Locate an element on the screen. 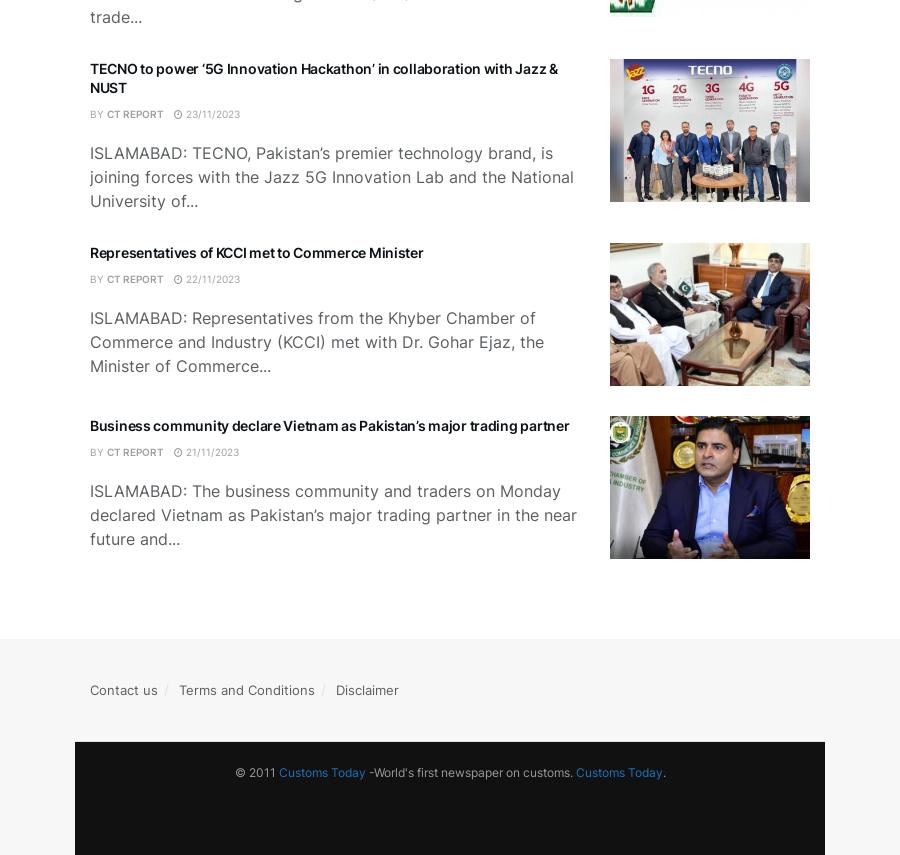  'TECNO to power ‘5G Innovation Hackathon’ in collaboration with Jazz & NUST' is located at coordinates (322, 77).